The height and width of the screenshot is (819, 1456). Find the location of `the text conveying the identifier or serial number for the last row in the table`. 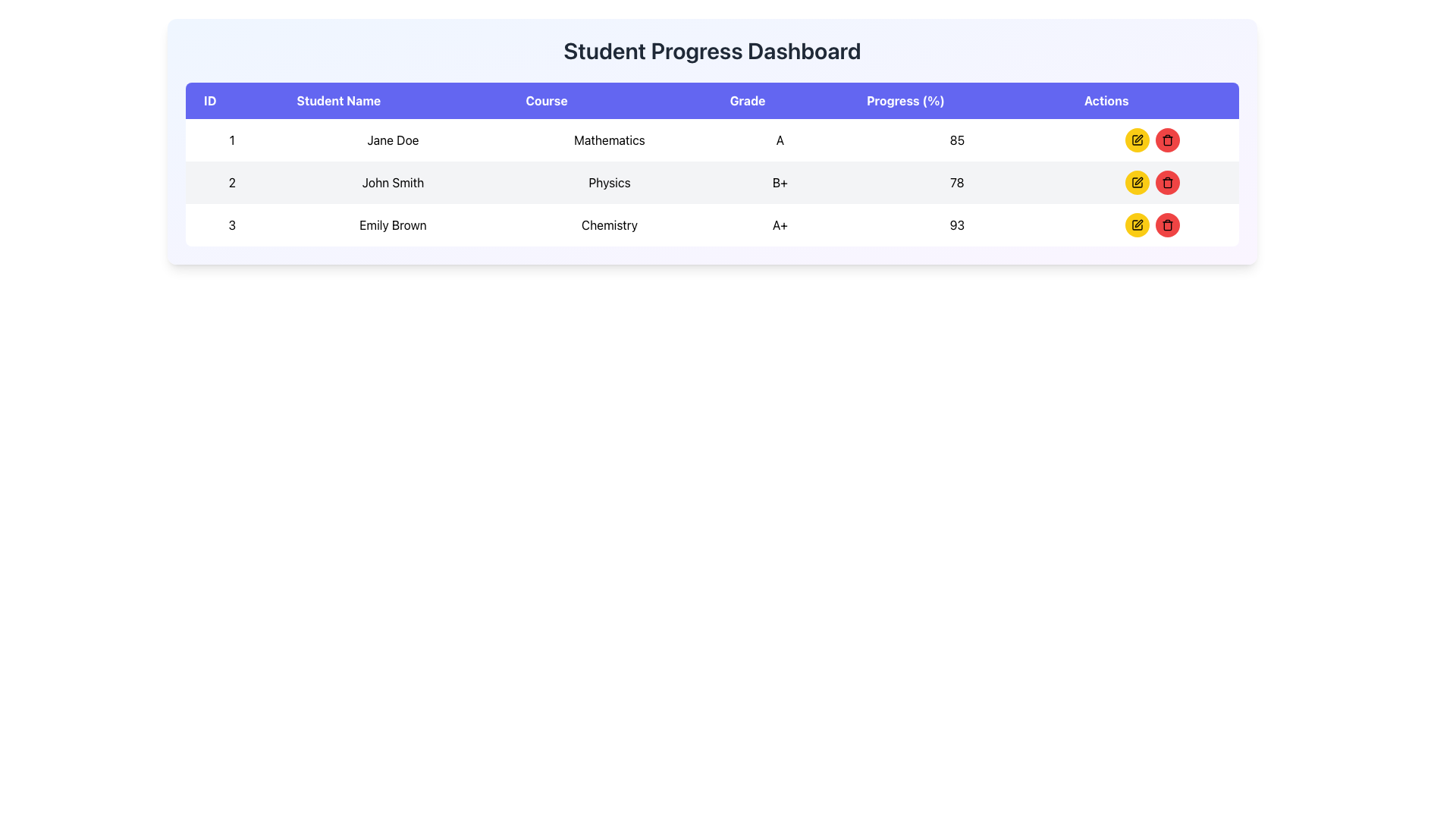

the text conveying the identifier or serial number for the last row in the table is located at coordinates (231, 225).